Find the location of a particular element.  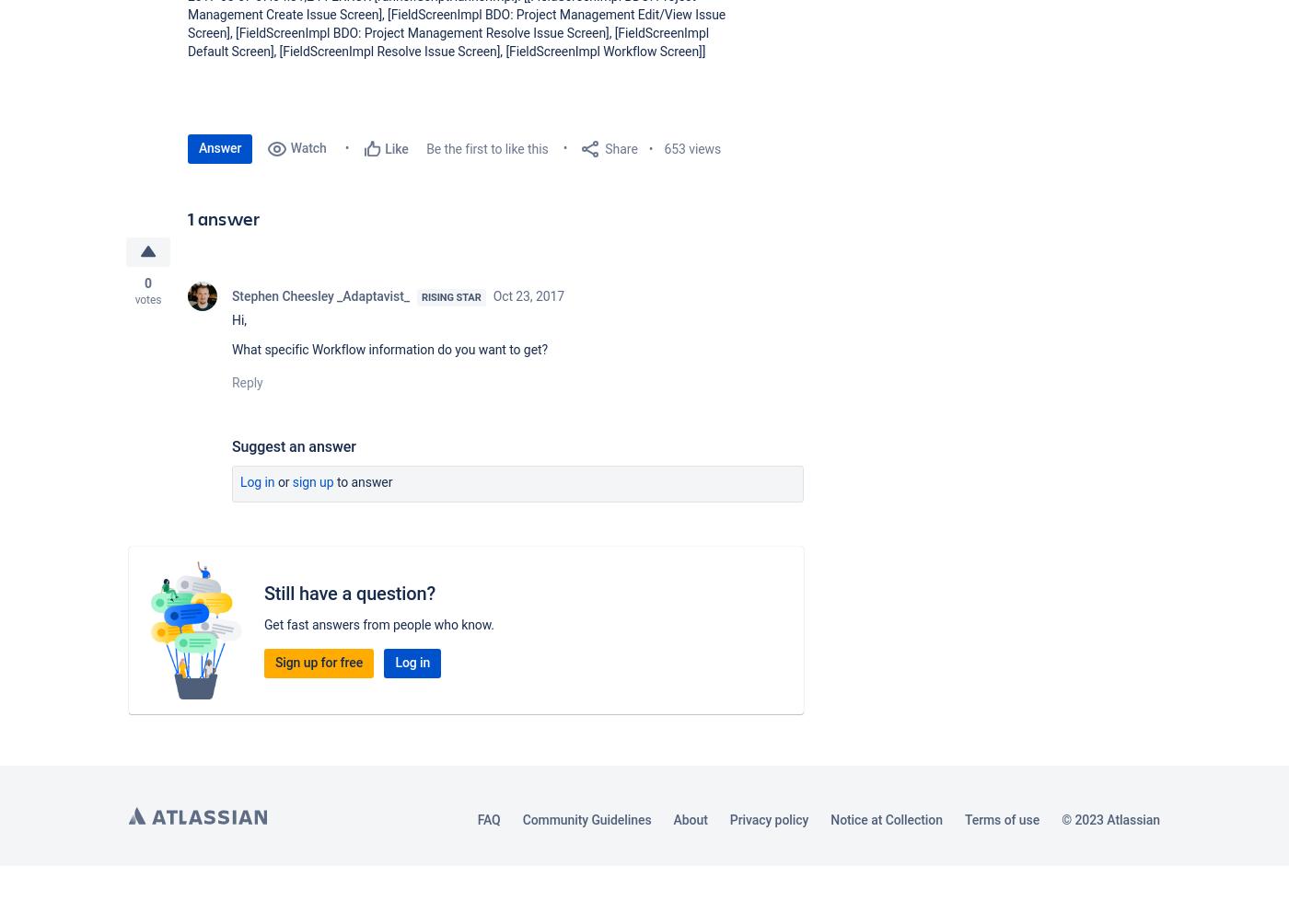

'Privacy policy' is located at coordinates (727, 818).